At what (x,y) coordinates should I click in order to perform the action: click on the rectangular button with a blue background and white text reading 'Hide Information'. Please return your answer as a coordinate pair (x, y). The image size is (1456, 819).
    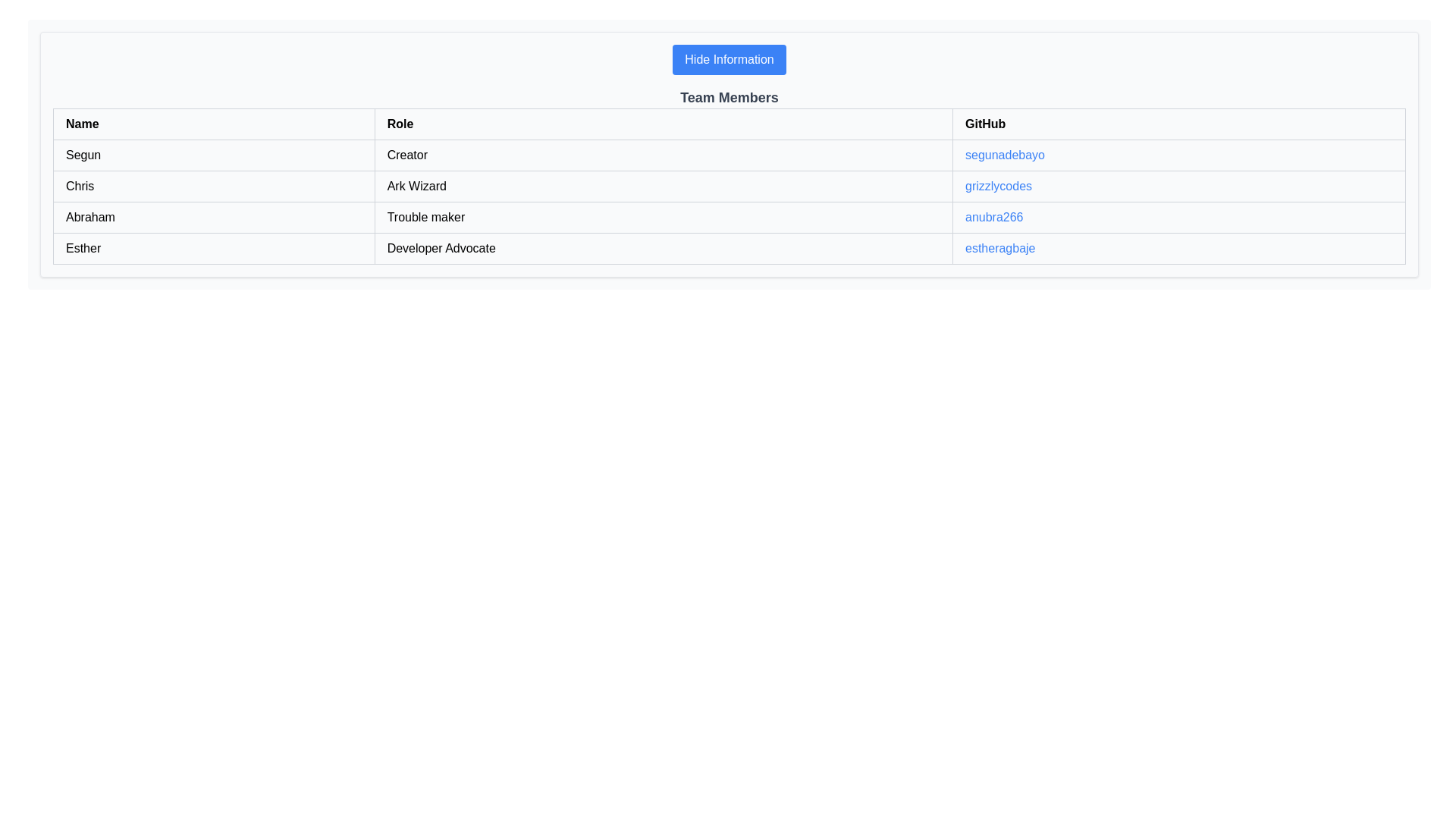
    Looking at the image, I should click on (729, 58).